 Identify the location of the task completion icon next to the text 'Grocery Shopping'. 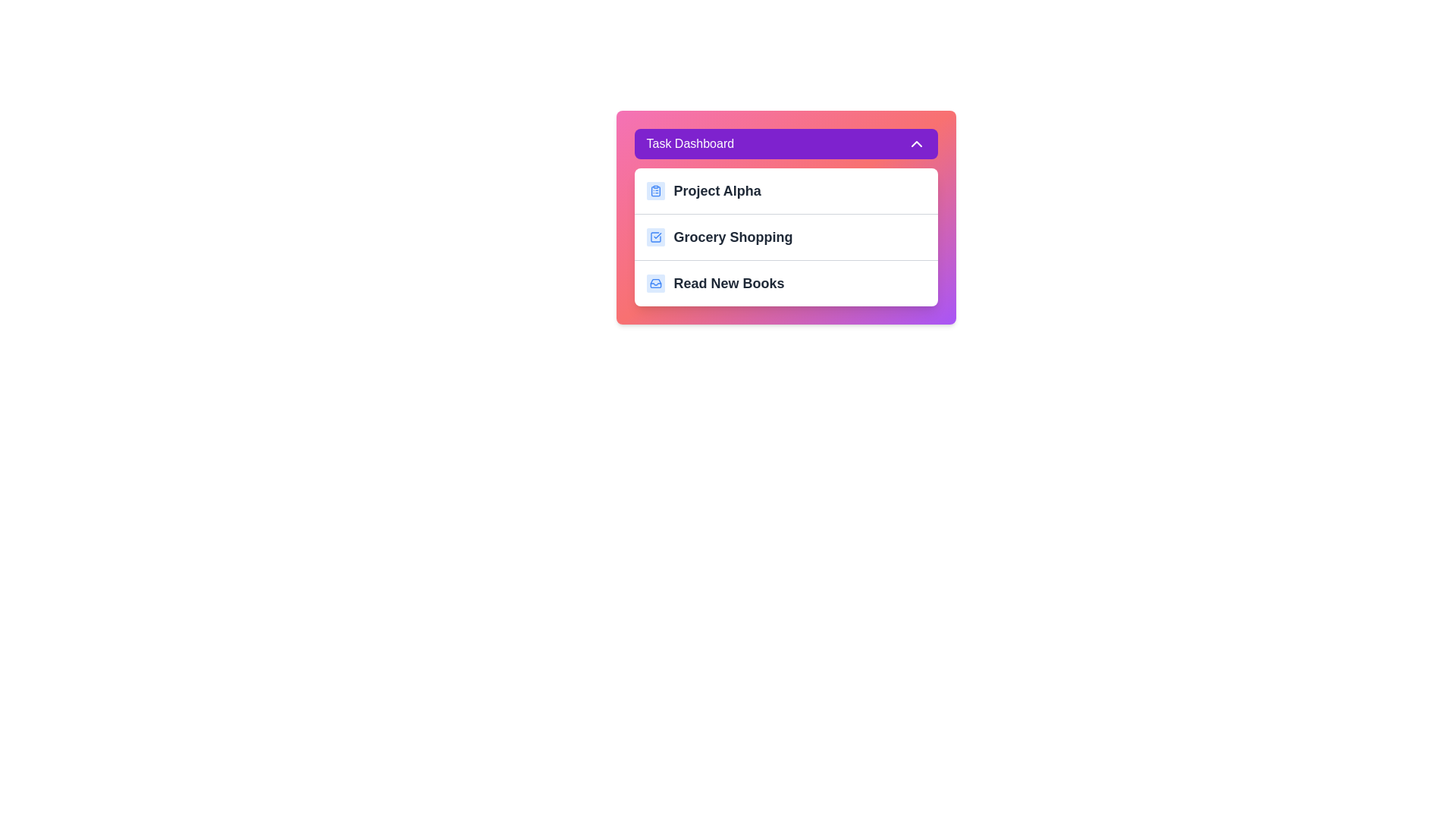
(655, 237).